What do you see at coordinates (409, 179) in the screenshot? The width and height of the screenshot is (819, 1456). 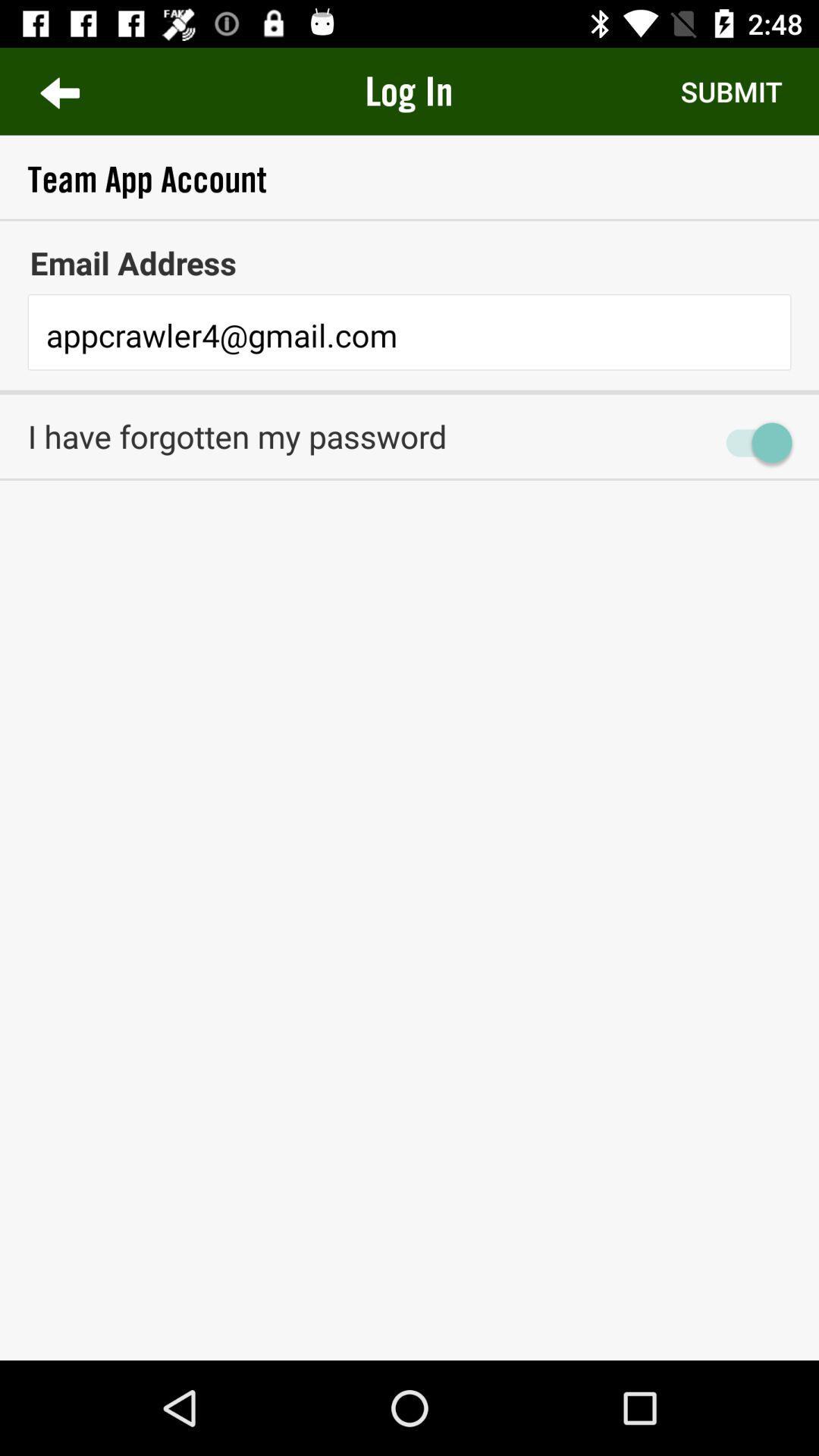 I see `item below the log in icon` at bounding box center [409, 179].